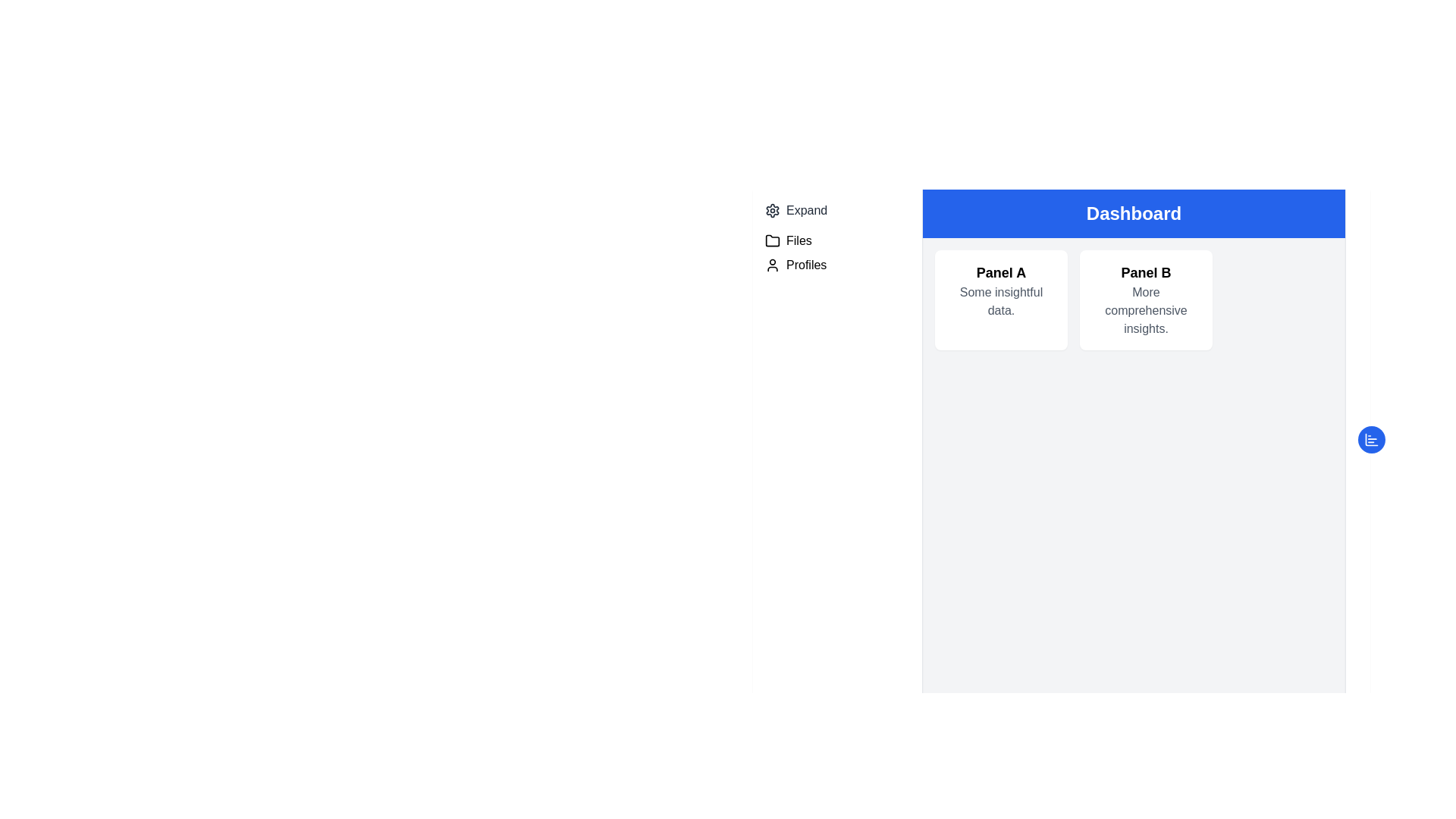 The image size is (1456, 819). What do you see at coordinates (772, 210) in the screenshot?
I see `the cogwheel icon in the sidebar, which represents settings, located near the top of the vertical sidebar` at bounding box center [772, 210].